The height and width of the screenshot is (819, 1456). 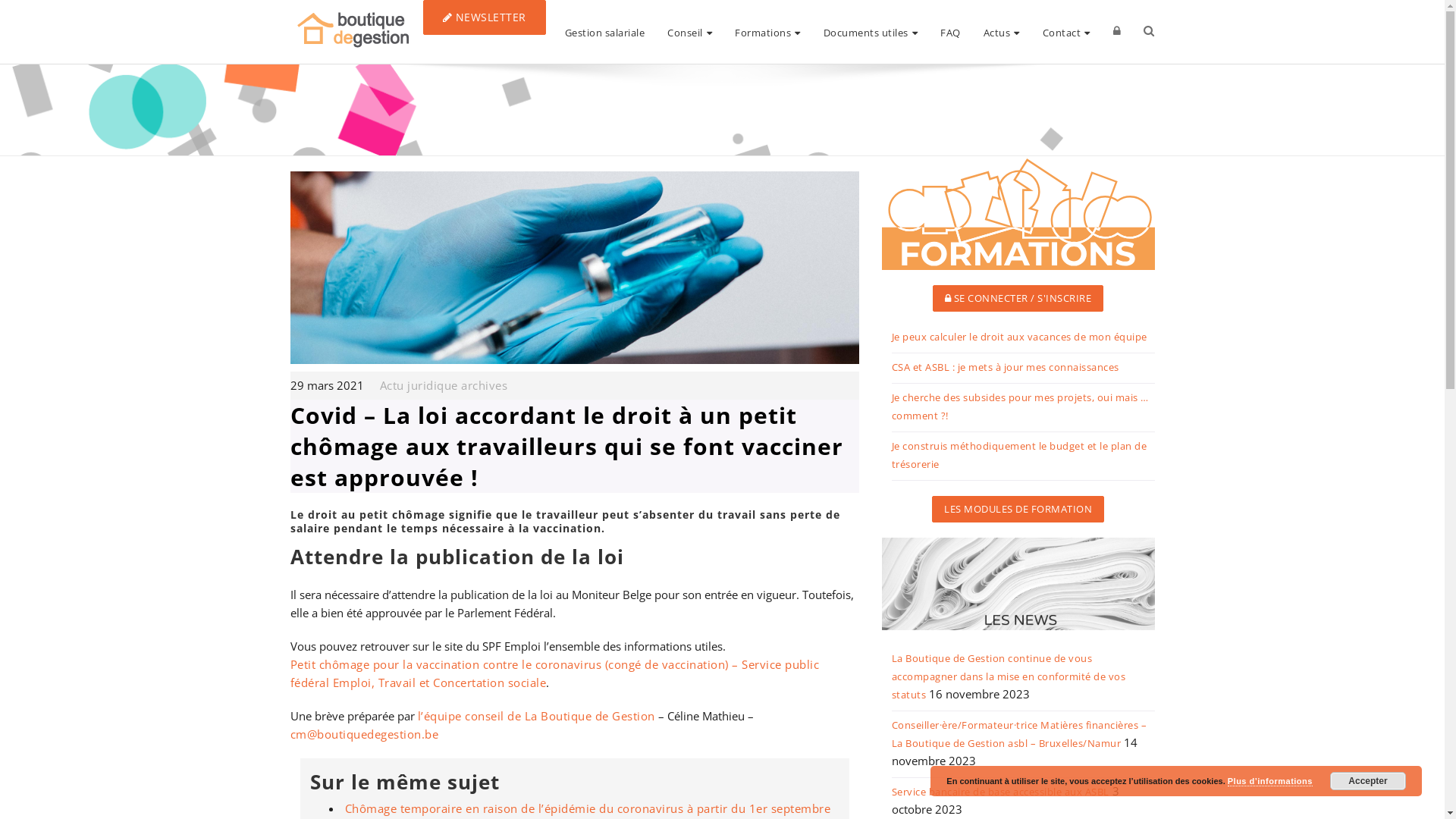 I want to click on 'FAQ', so click(x=949, y=31).